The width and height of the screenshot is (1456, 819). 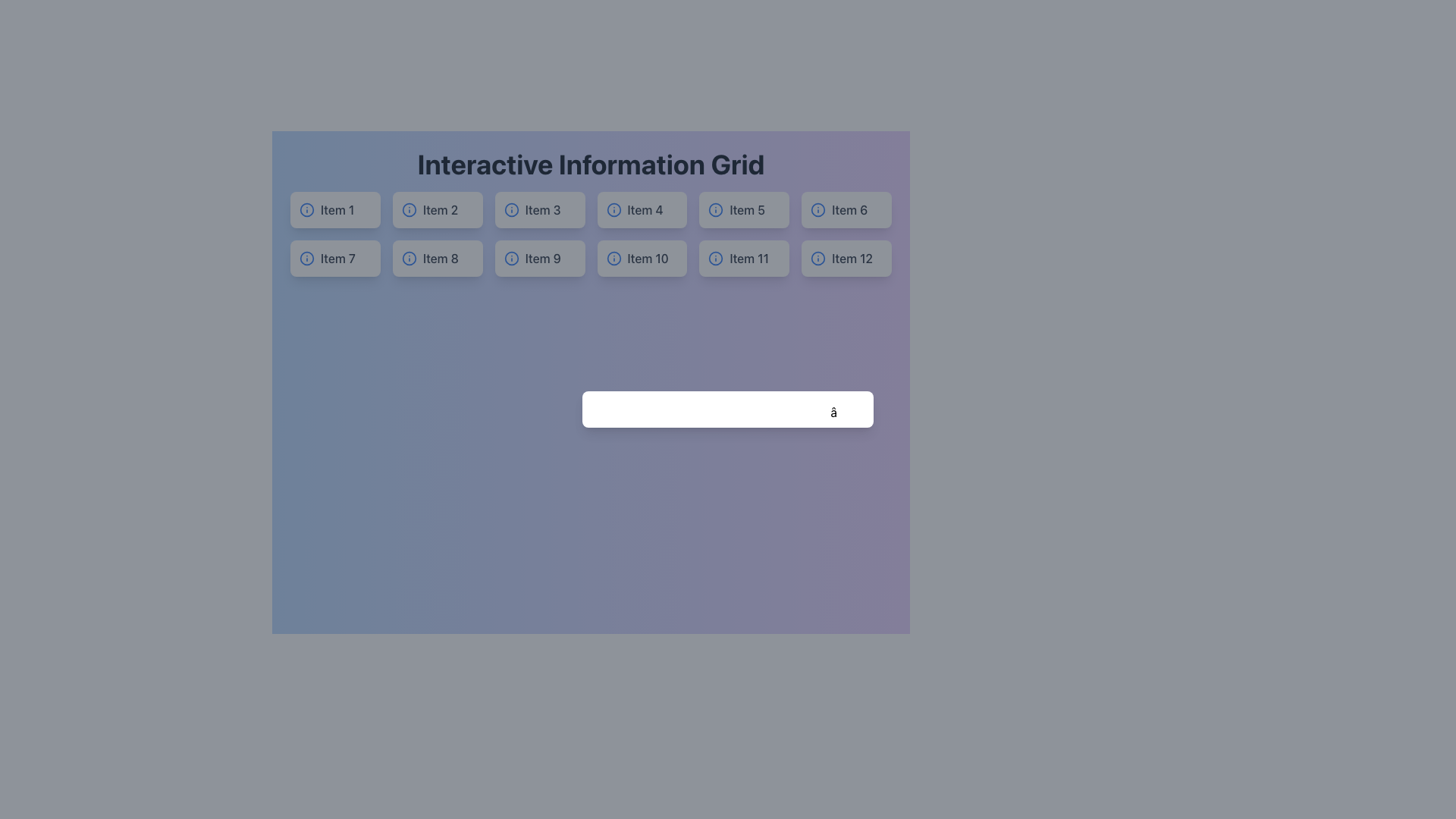 I want to click on the circular SVG component that is part of the 'info' icon located within the third button labeled 'Item 3' in the 'Interactive Information Grid', so click(x=511, y=210).